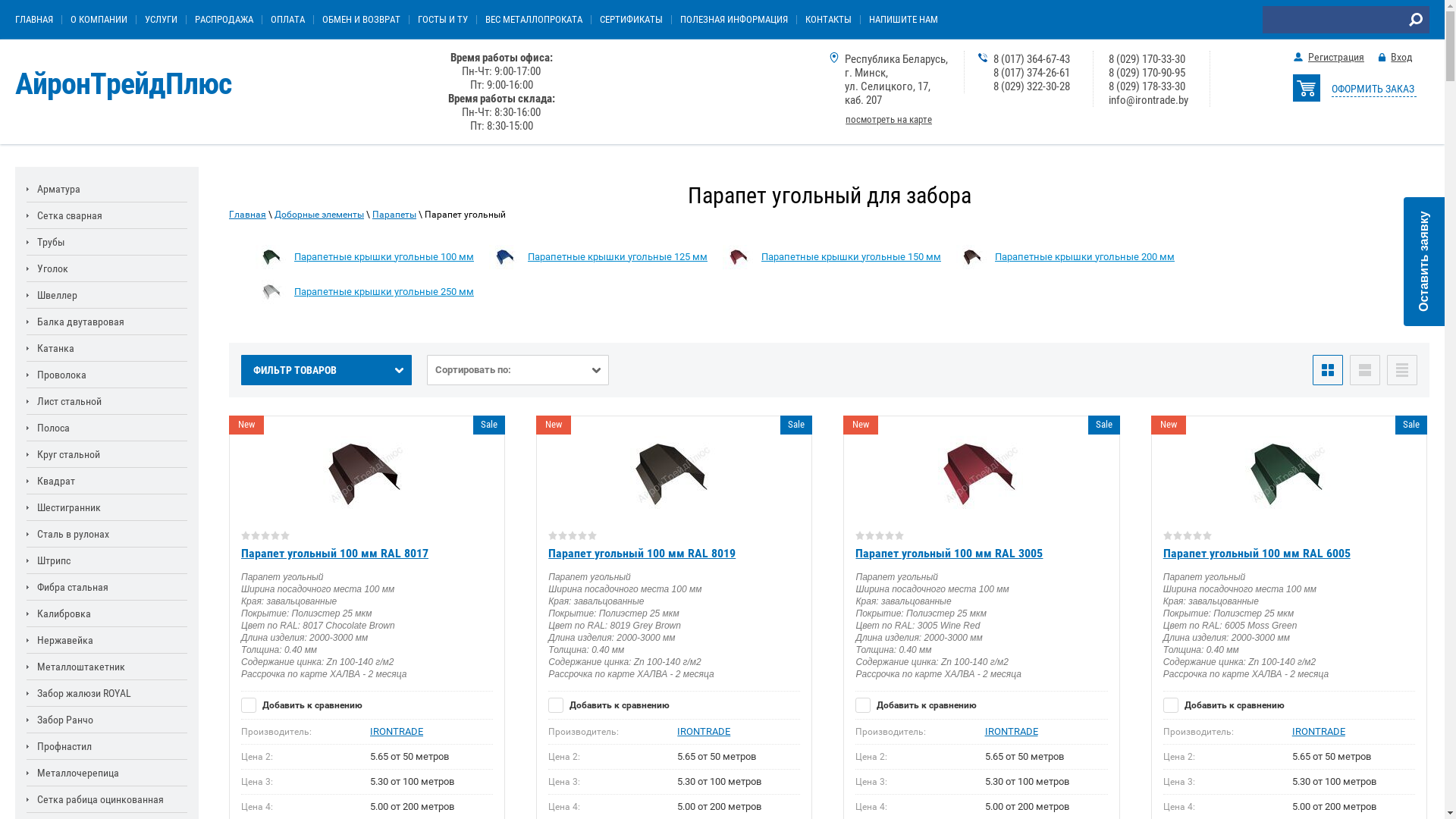 This screenshot has width=1456, height=819. What do you see at coordinates (993, 73) in the screenshot?
I see `'8 (017) 374-26-61'` at bounding box center [993, 73].